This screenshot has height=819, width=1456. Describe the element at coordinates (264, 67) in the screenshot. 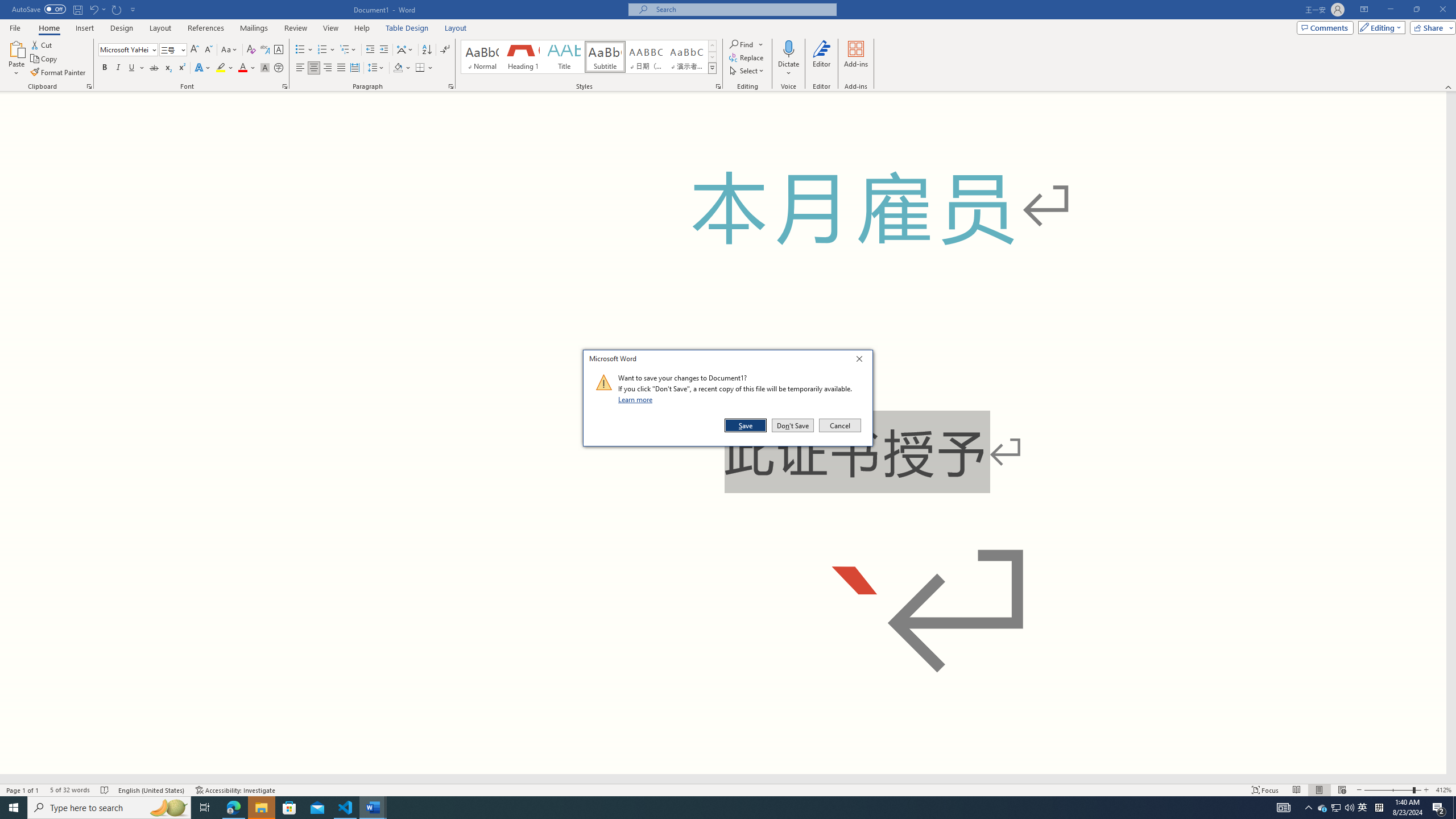

I see `'Character Shading'` at that location.